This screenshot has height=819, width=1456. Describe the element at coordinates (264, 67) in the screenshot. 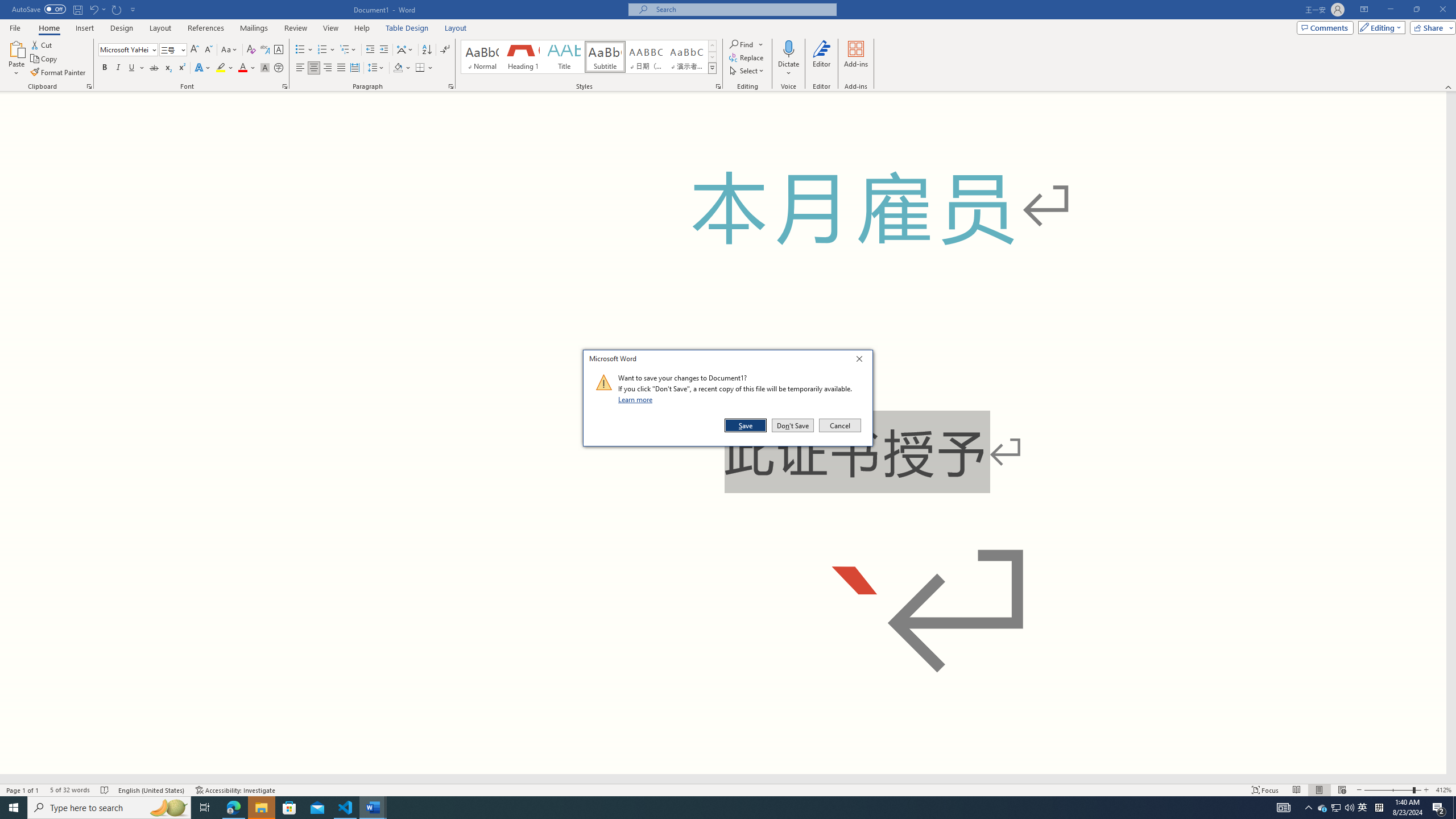

I see `'Character Shading'` at that location.